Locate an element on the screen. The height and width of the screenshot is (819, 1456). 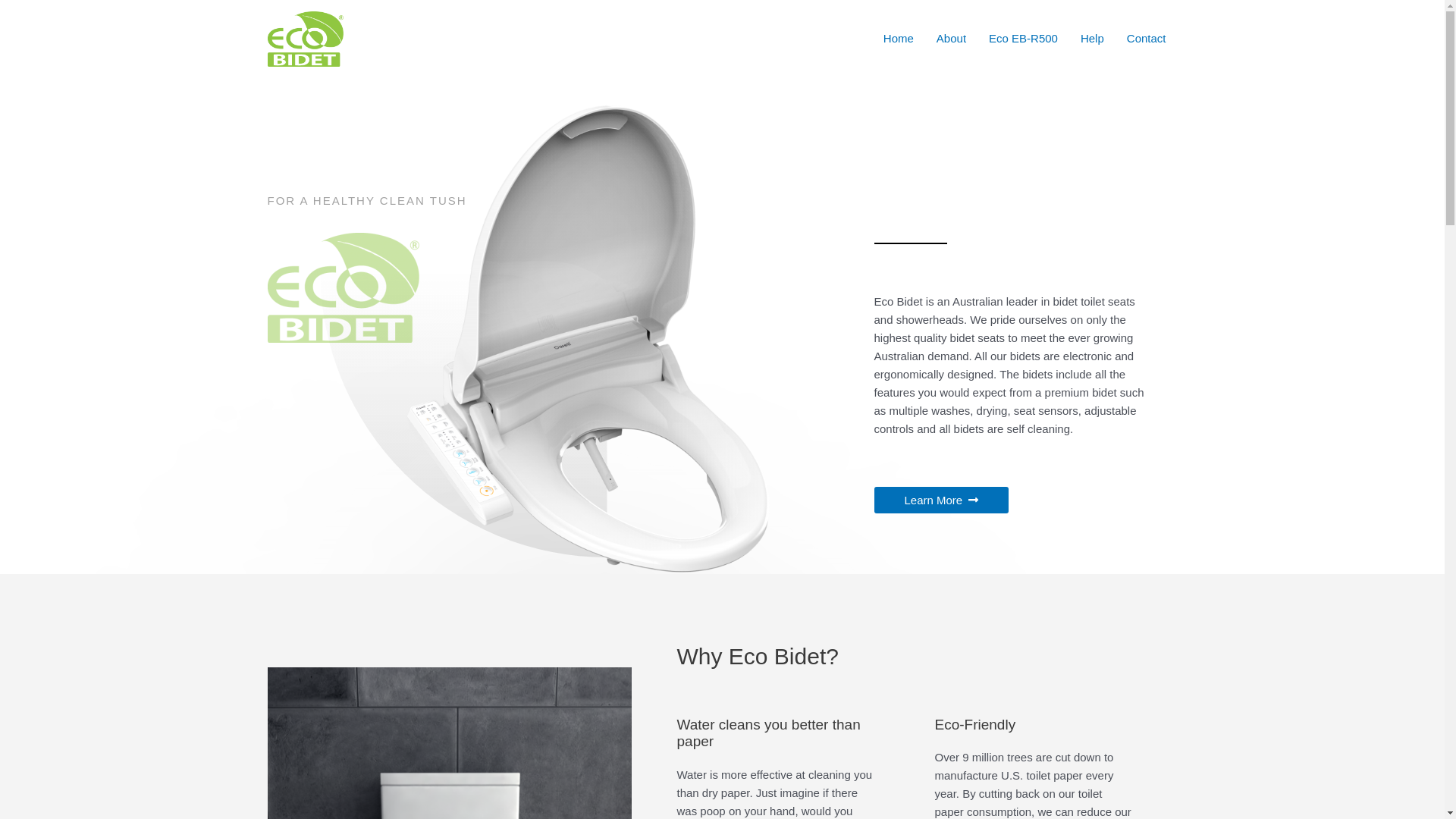
'About' is located at coordinates (950, 37).